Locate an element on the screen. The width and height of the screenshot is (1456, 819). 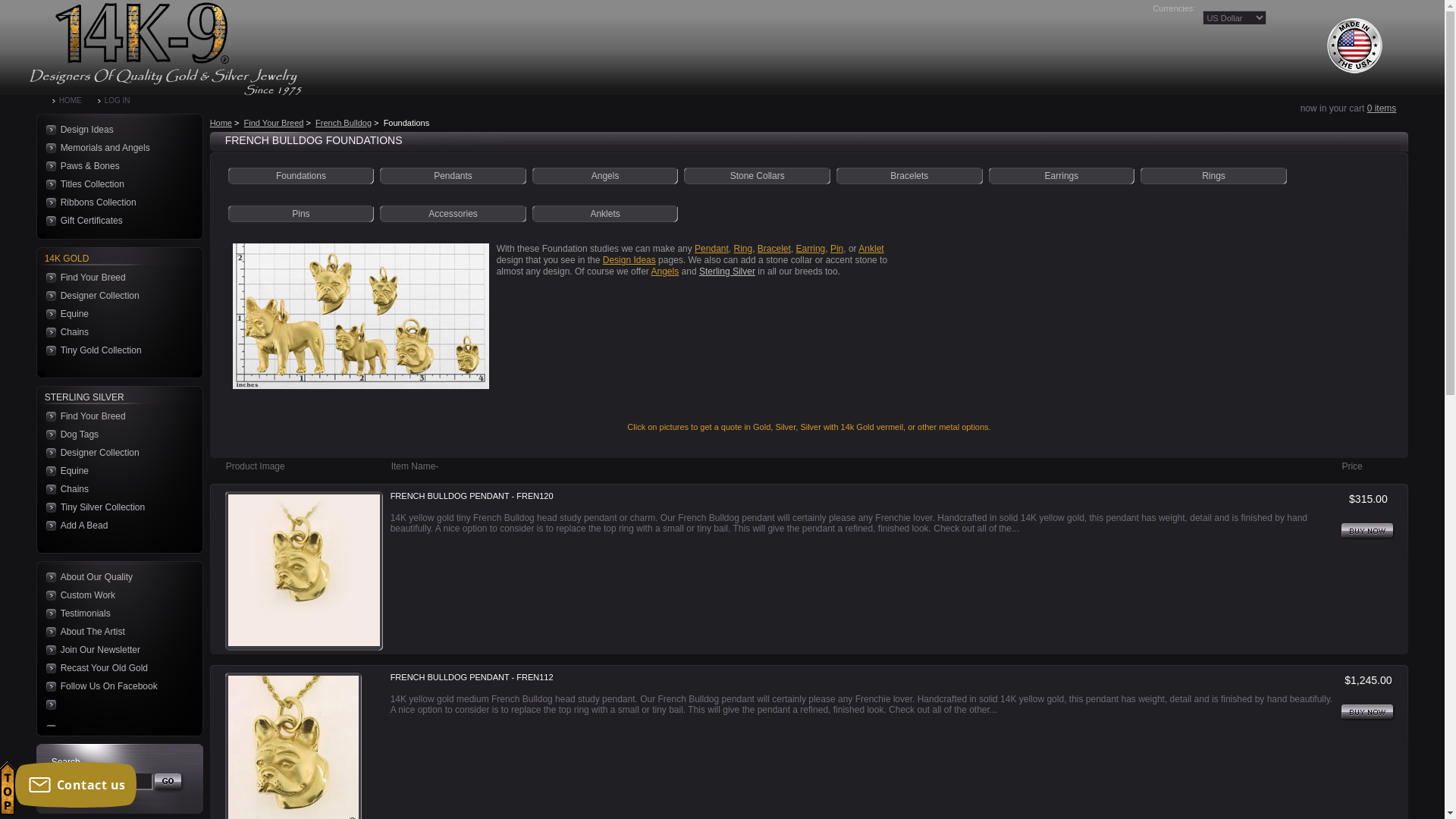
'Follow Us On Facebook' is located at coordinates (115, 686).